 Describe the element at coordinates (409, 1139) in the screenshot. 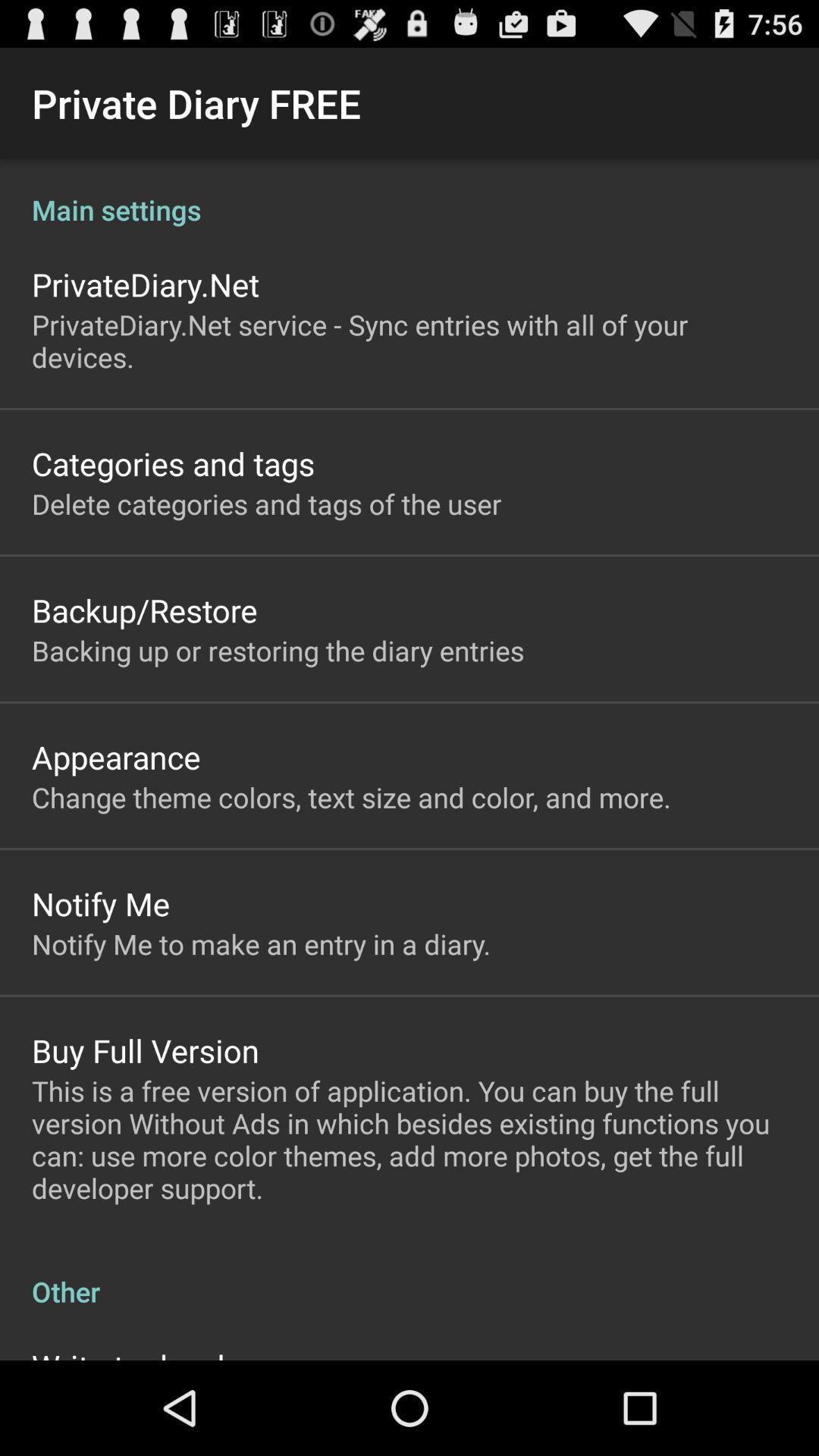

I see `the this is a` at that location.